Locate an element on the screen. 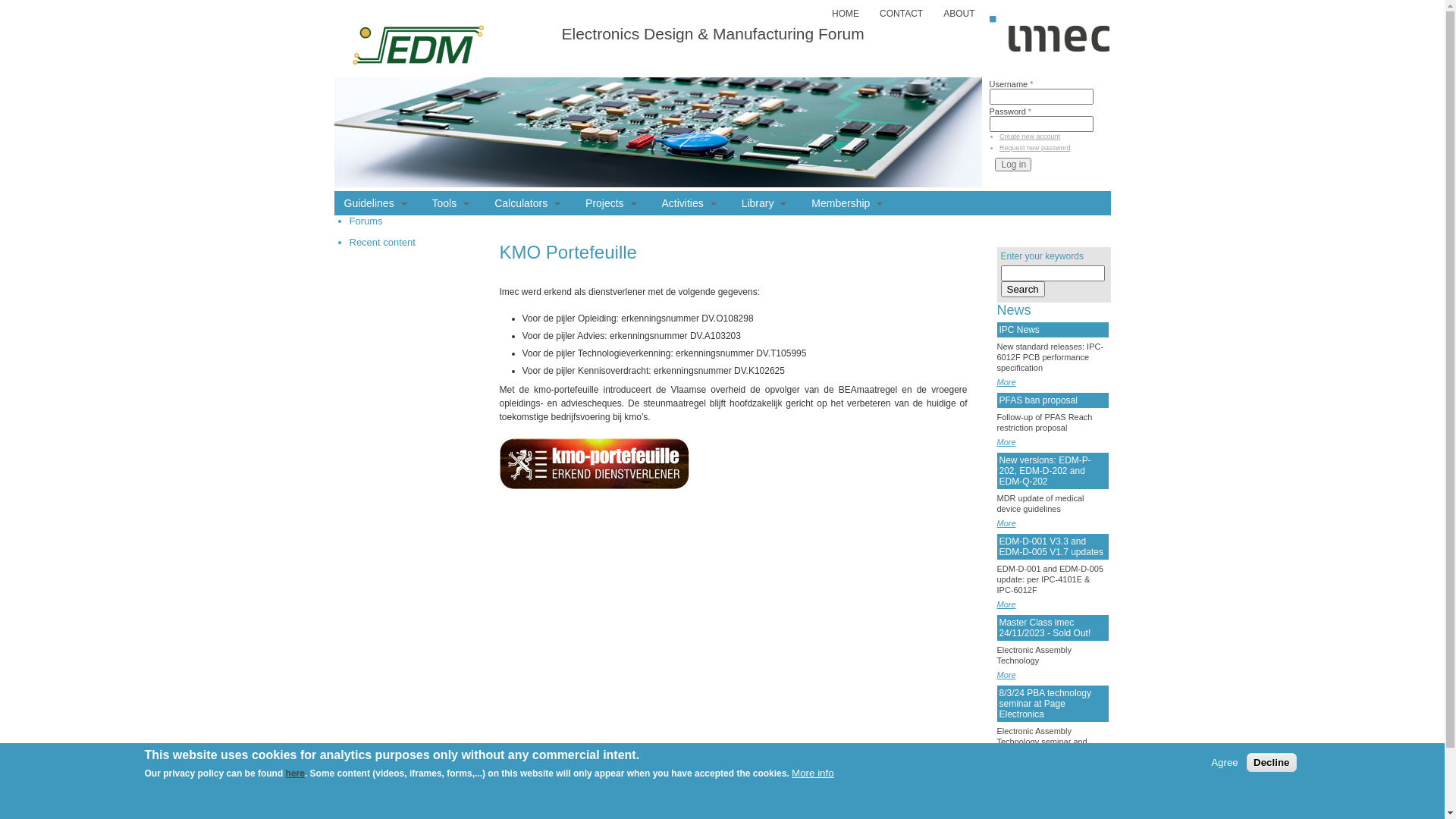 The width and height of the screenshot is (1456, 819). 'ABOUT' is located at coordinates (958, 14).